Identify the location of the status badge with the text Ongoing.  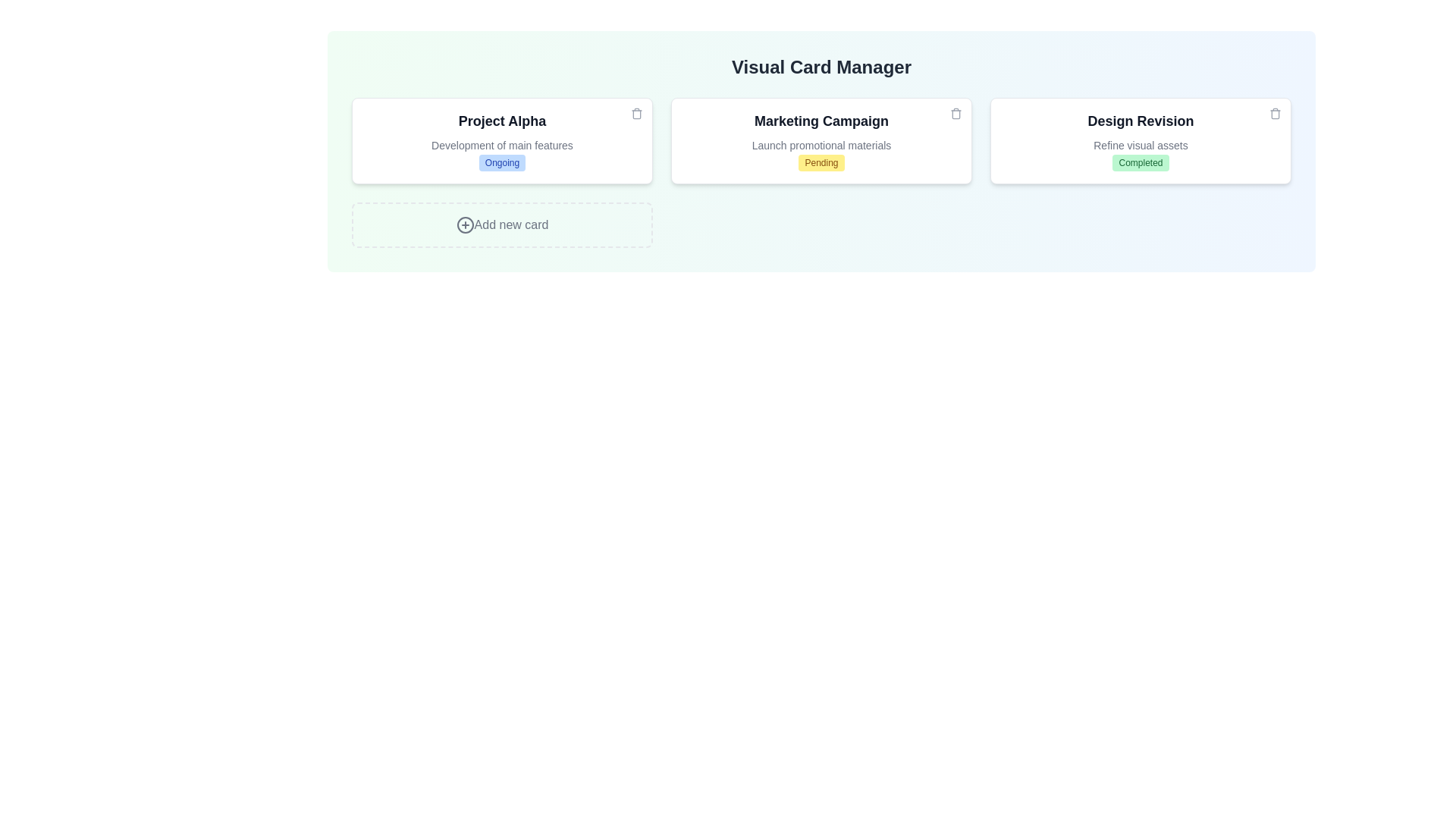
(502, 163).